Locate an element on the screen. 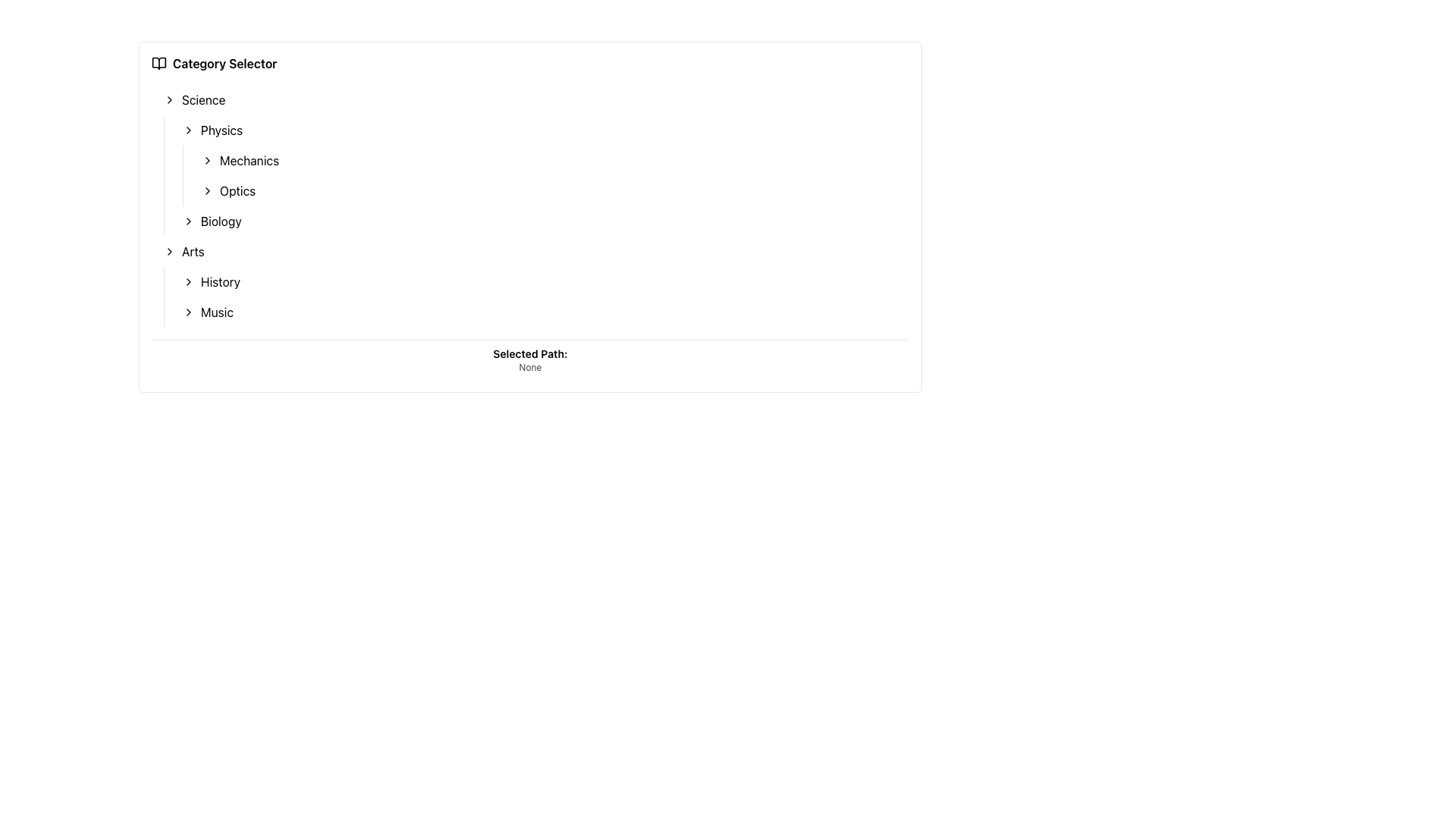 Image resolution: width=1456 pixels, height=819 pixels. the bold text label displaying 'Category Selector' located at the top of the interface, positioned to the right of an open book icon is located at coordinates (224, 63).